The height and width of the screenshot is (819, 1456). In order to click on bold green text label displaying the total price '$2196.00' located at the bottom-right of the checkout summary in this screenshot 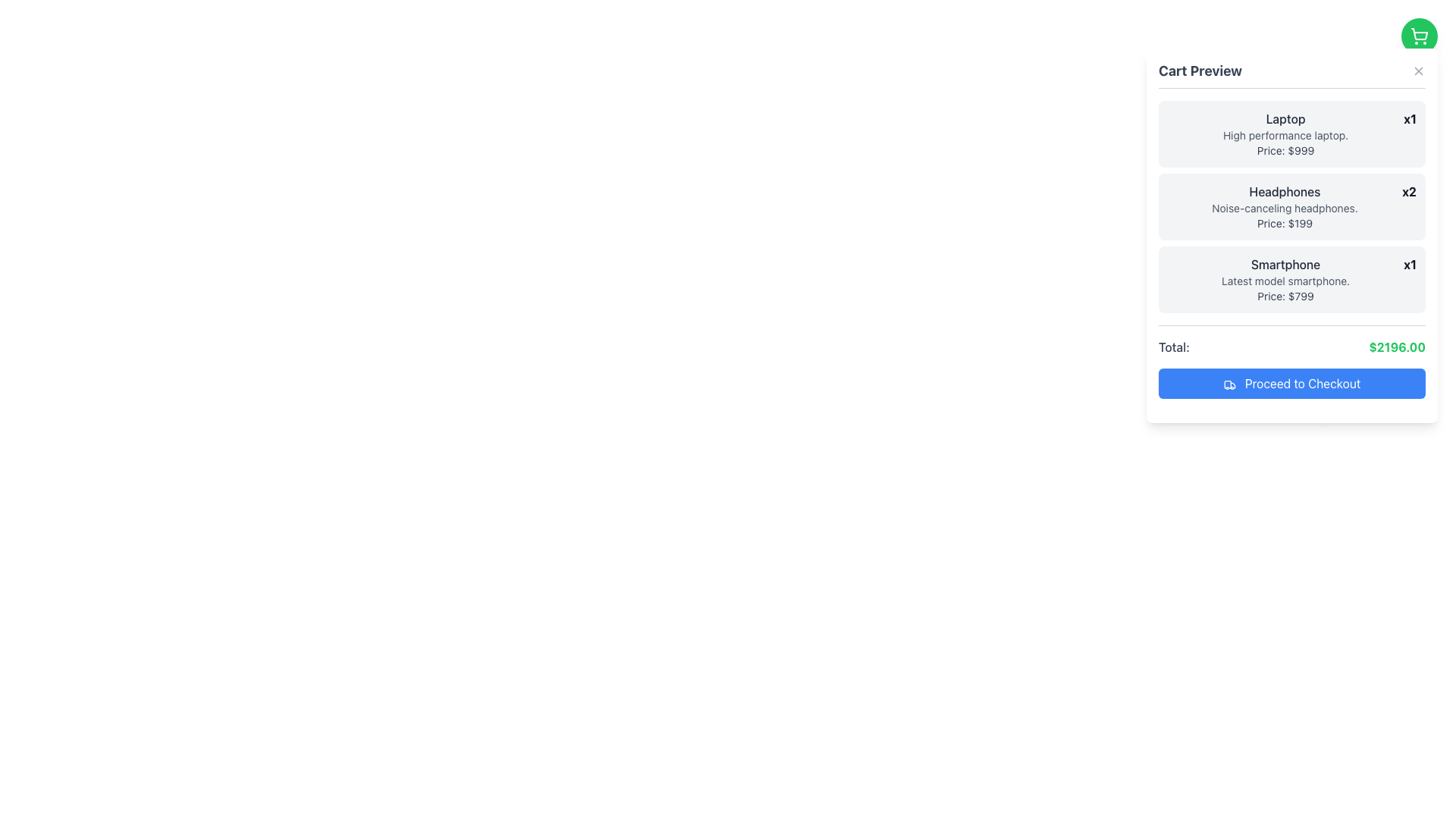, I will do `click(1396, 347)`.